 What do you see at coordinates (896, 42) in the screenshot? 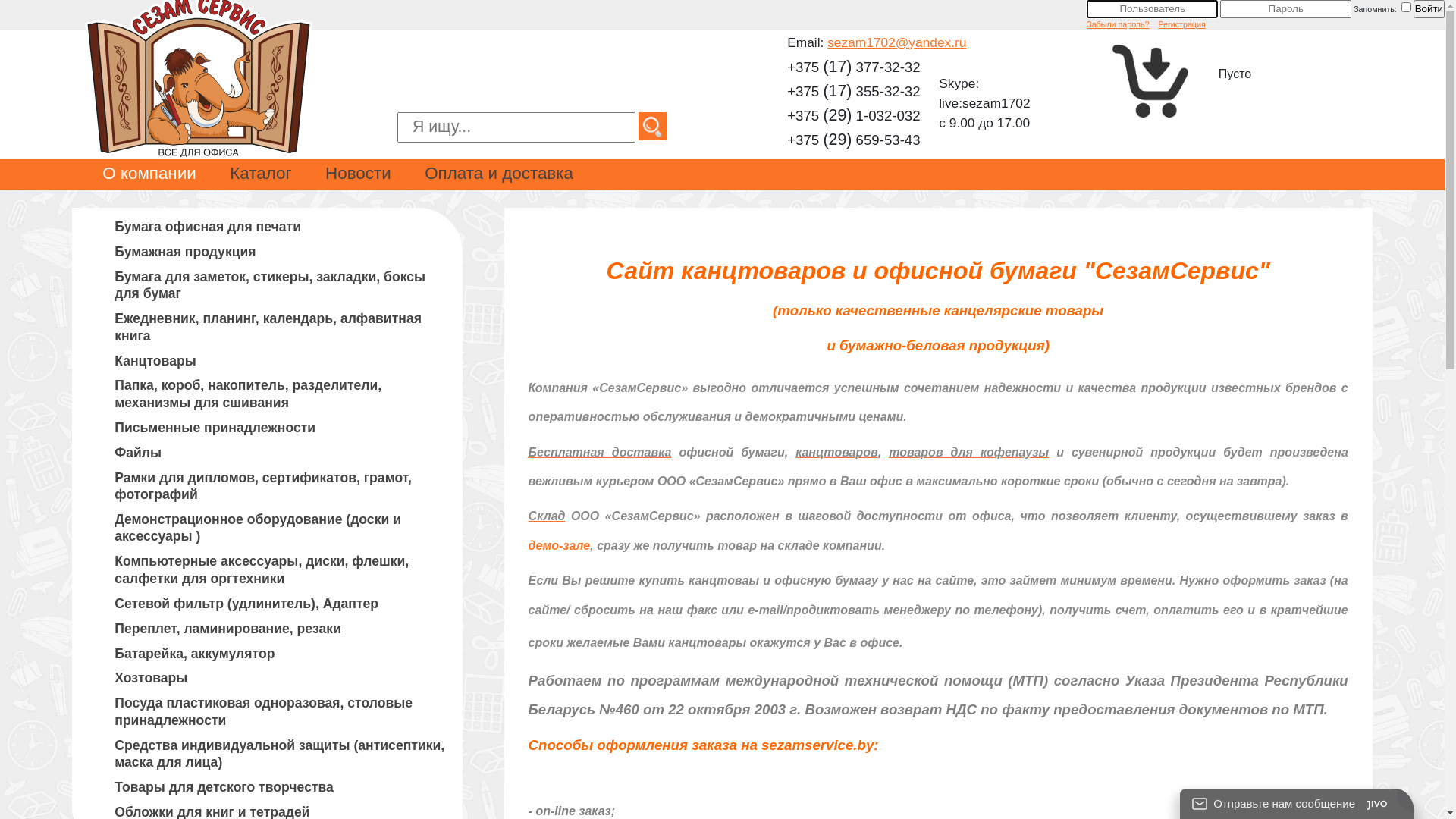
I see `'sezam1702@yandex.ru'` at bounding box center [896, 42].